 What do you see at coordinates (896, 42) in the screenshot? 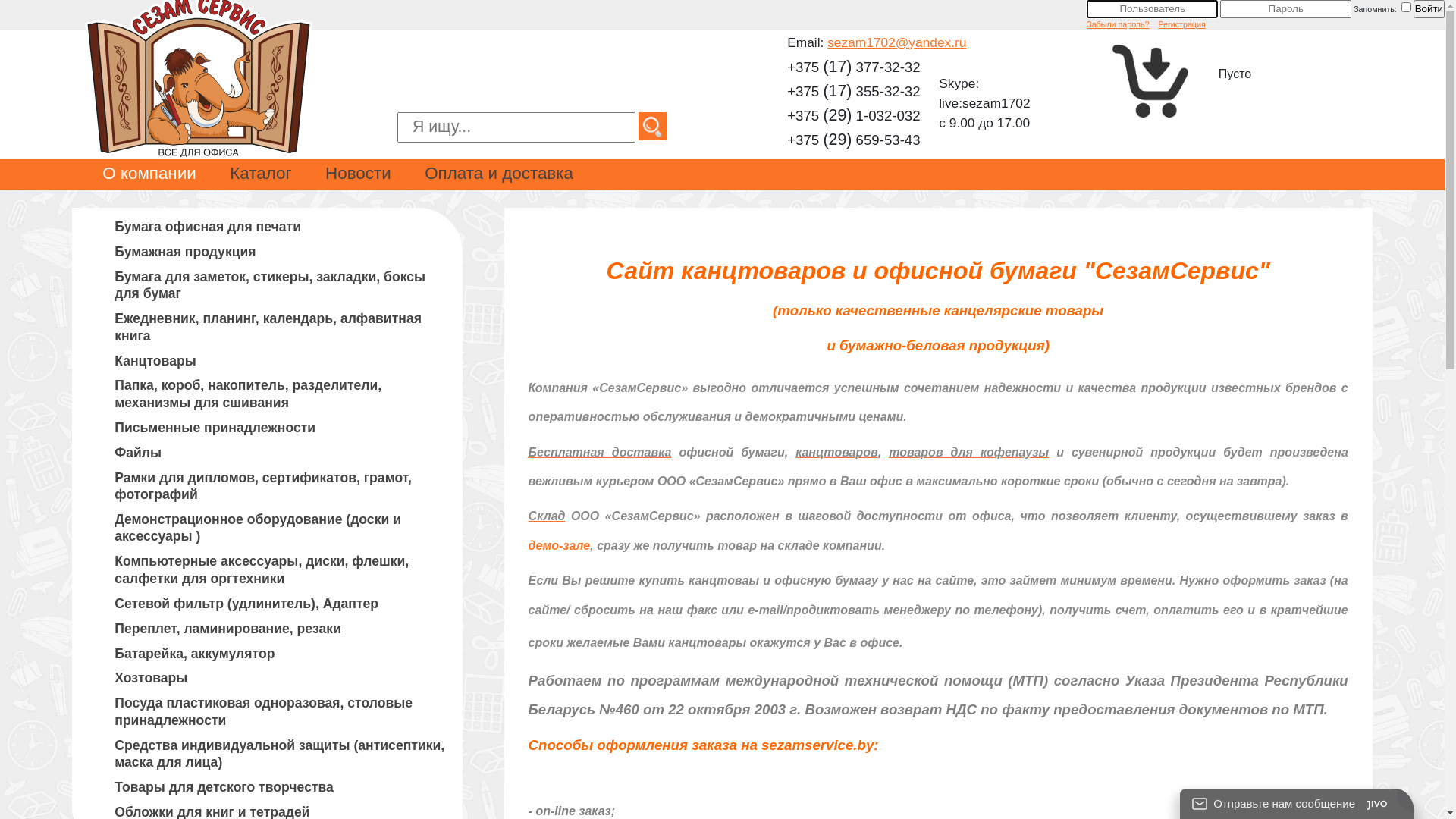
I see `'sezam1702@yandex.ru'` at bounding box center [896, 42].